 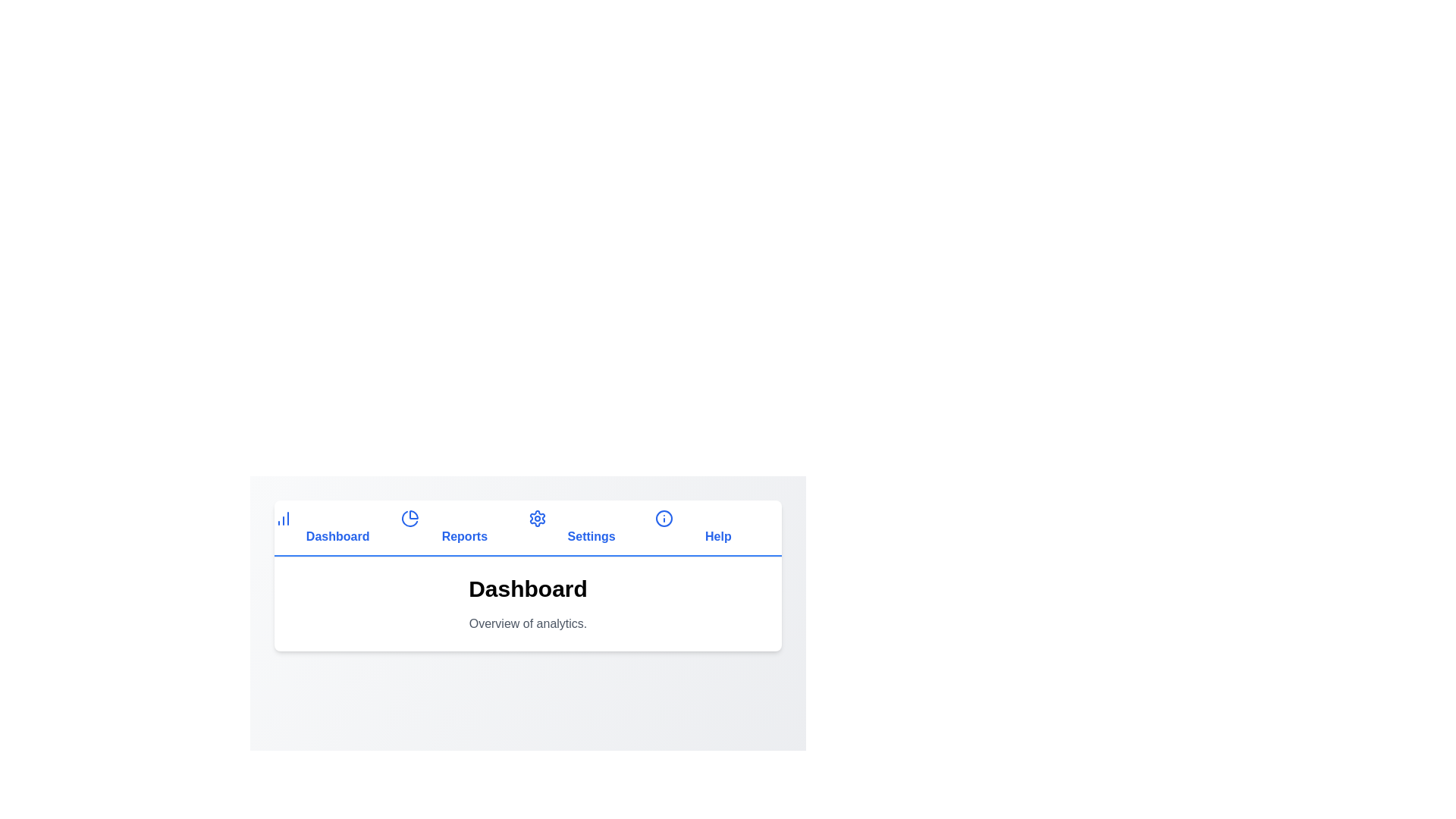 What do you see at coordinates (528, 604) in the screenshot?
I see `static informational text element that contains the bold header 'Dashboard' and the description 'Overview of analytics.' positioned centrally within the main content area of the card` at bounding box center [528, 604].